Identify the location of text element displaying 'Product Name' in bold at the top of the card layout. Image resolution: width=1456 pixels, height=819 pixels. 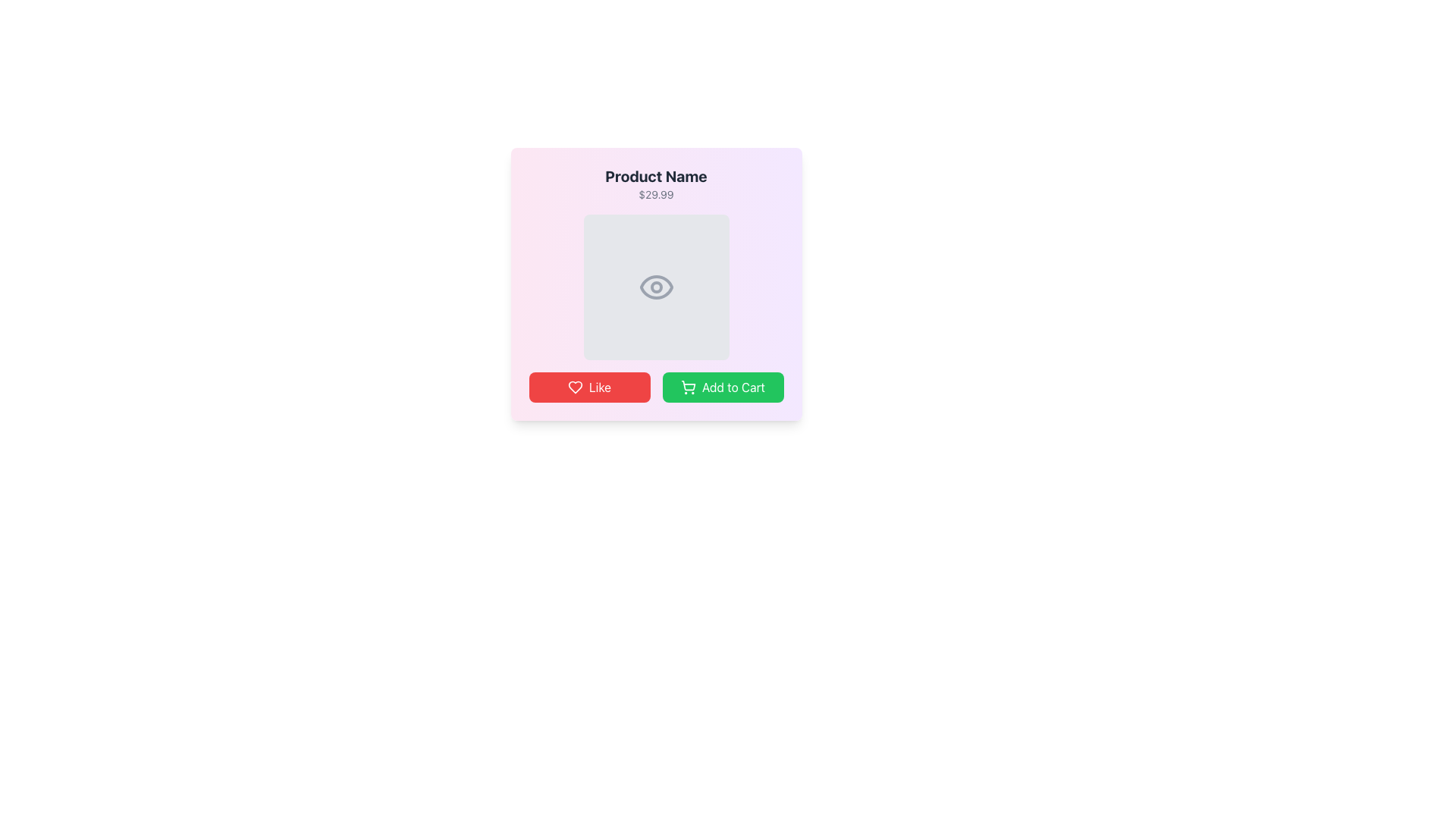
(656, 175).